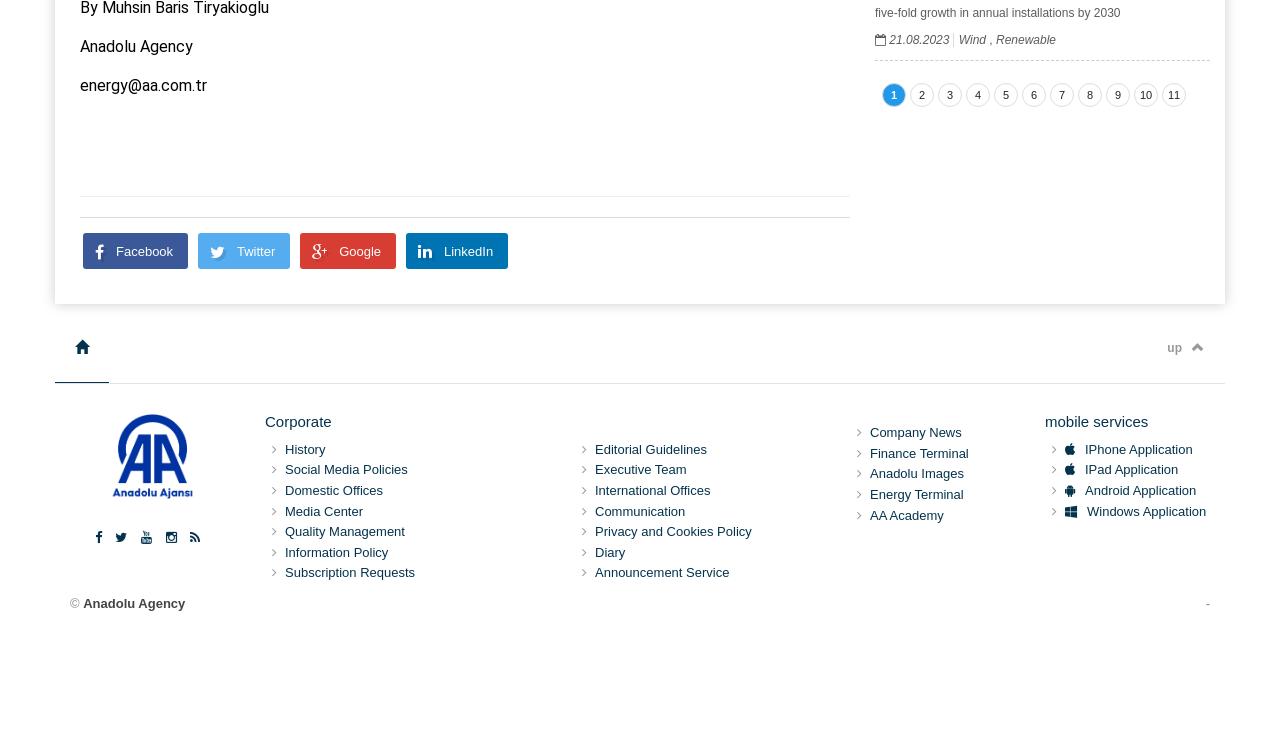 The height and width of the screenshot is (731, 1280). What do you see at coordinates (142, 83) in the screenshot?
I see `'energy@aa.com.tr'` at bounding box center [142, 83].